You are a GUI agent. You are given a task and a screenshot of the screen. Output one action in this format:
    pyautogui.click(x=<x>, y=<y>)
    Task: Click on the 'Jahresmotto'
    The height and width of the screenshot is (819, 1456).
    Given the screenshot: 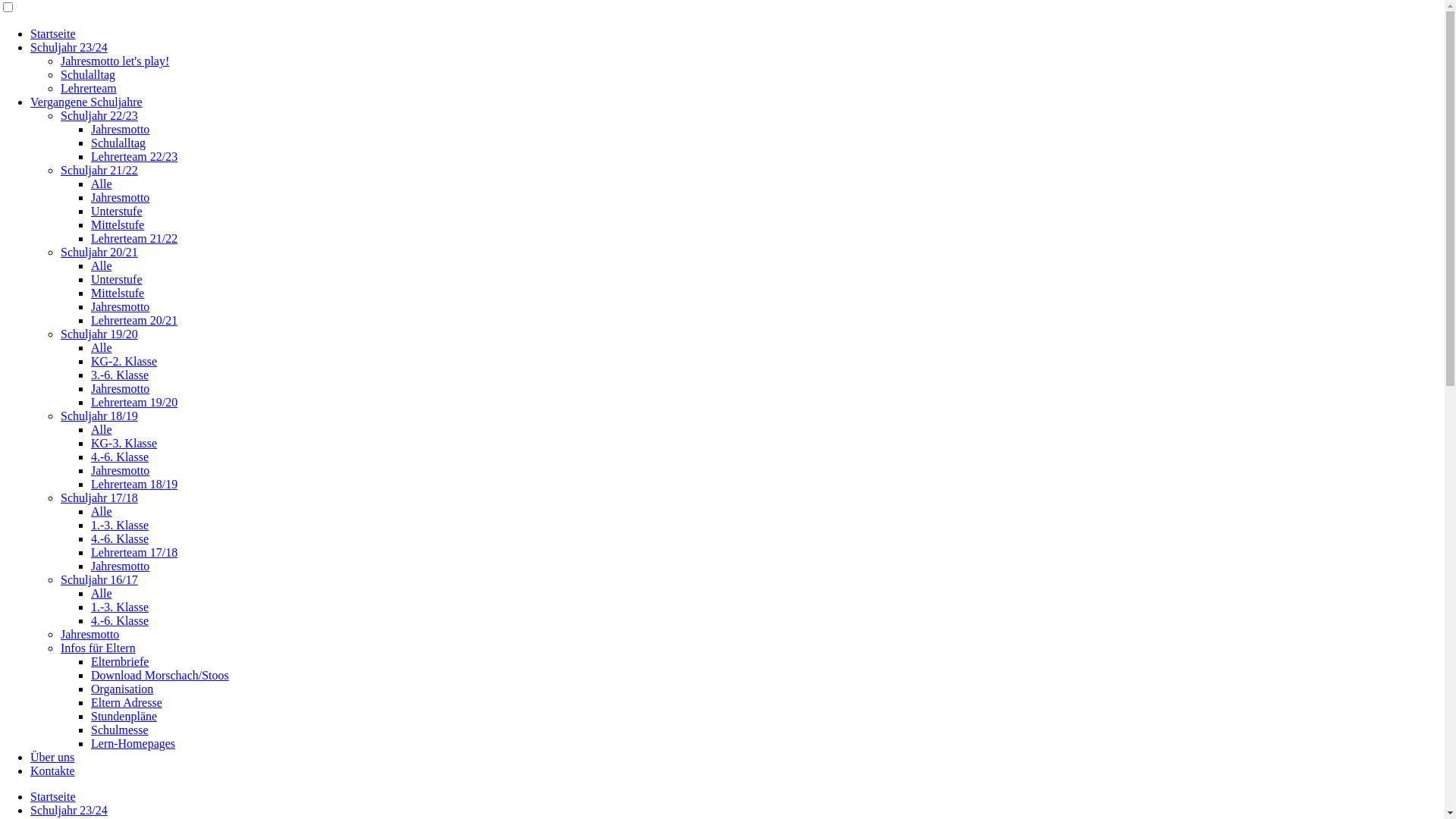 What is the action you would take?
    pyautogui.click(x=119, y=306)
    